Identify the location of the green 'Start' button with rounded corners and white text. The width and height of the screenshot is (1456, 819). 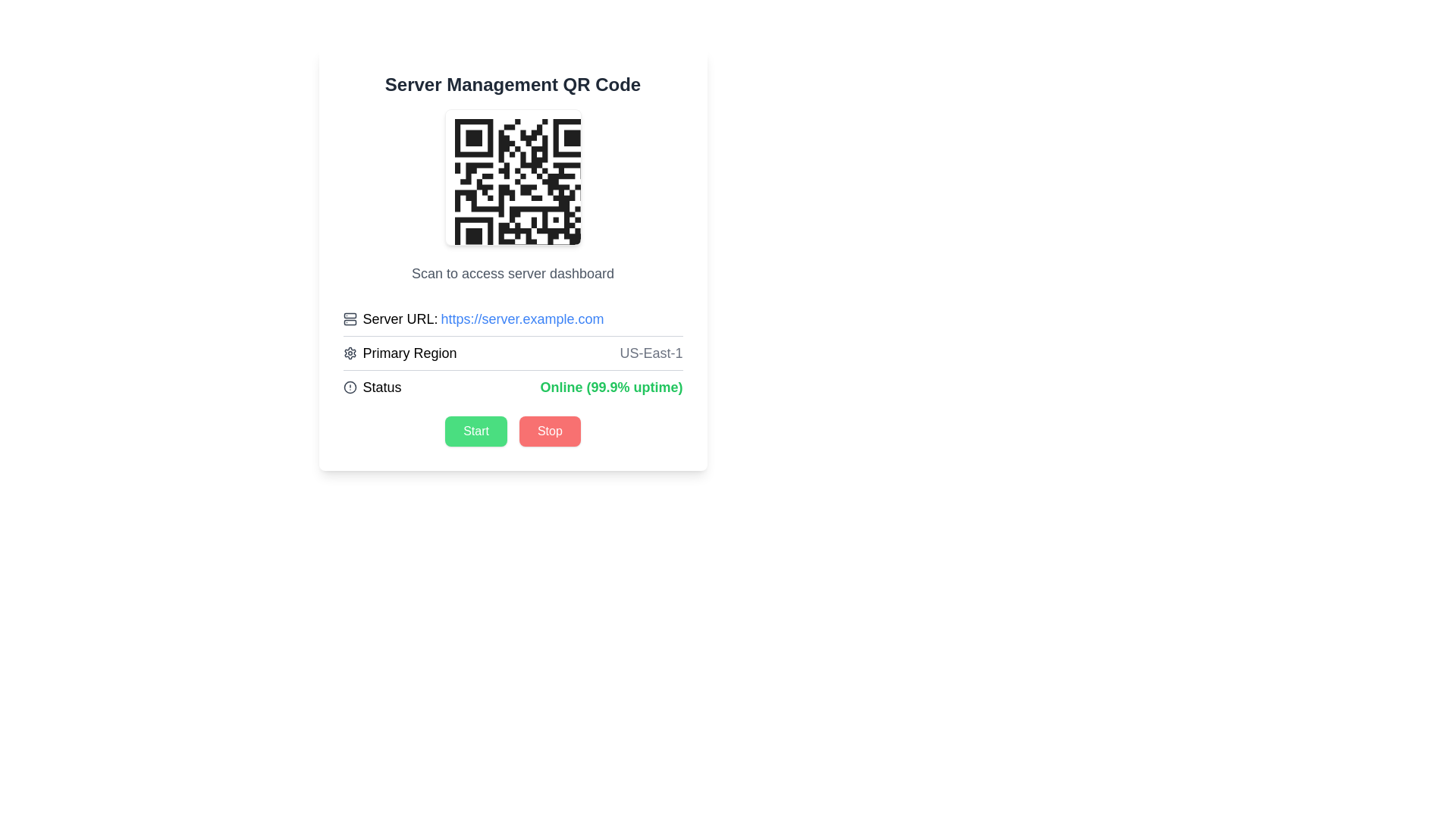
(475, 431).